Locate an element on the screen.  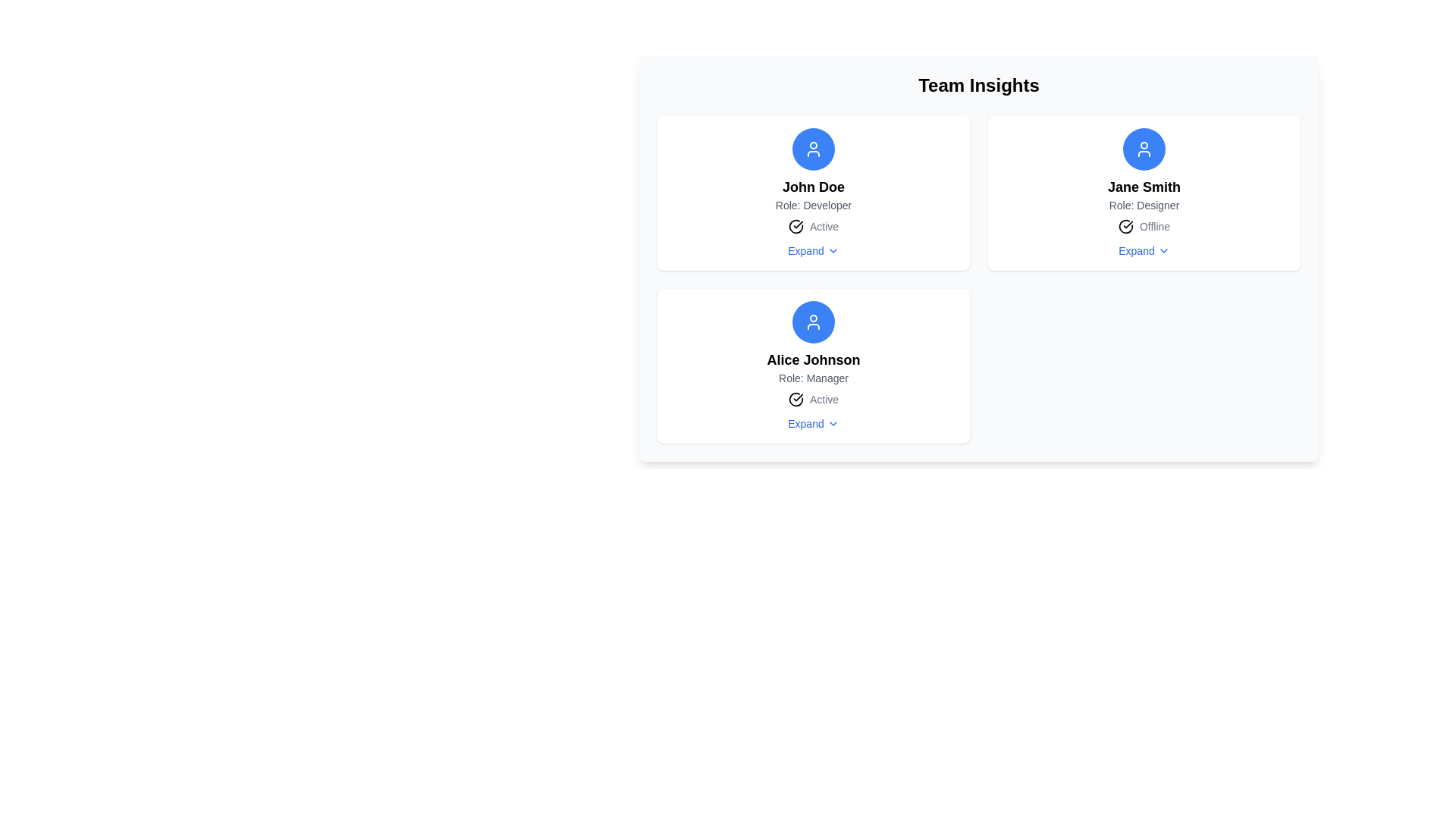
the text label displaying 'Role: Manager', which is styled in a smaller font size and gray color, located under the name label 'Alice Johnson' and above the 'Active' status indicator is located at coordinates (813, 377).